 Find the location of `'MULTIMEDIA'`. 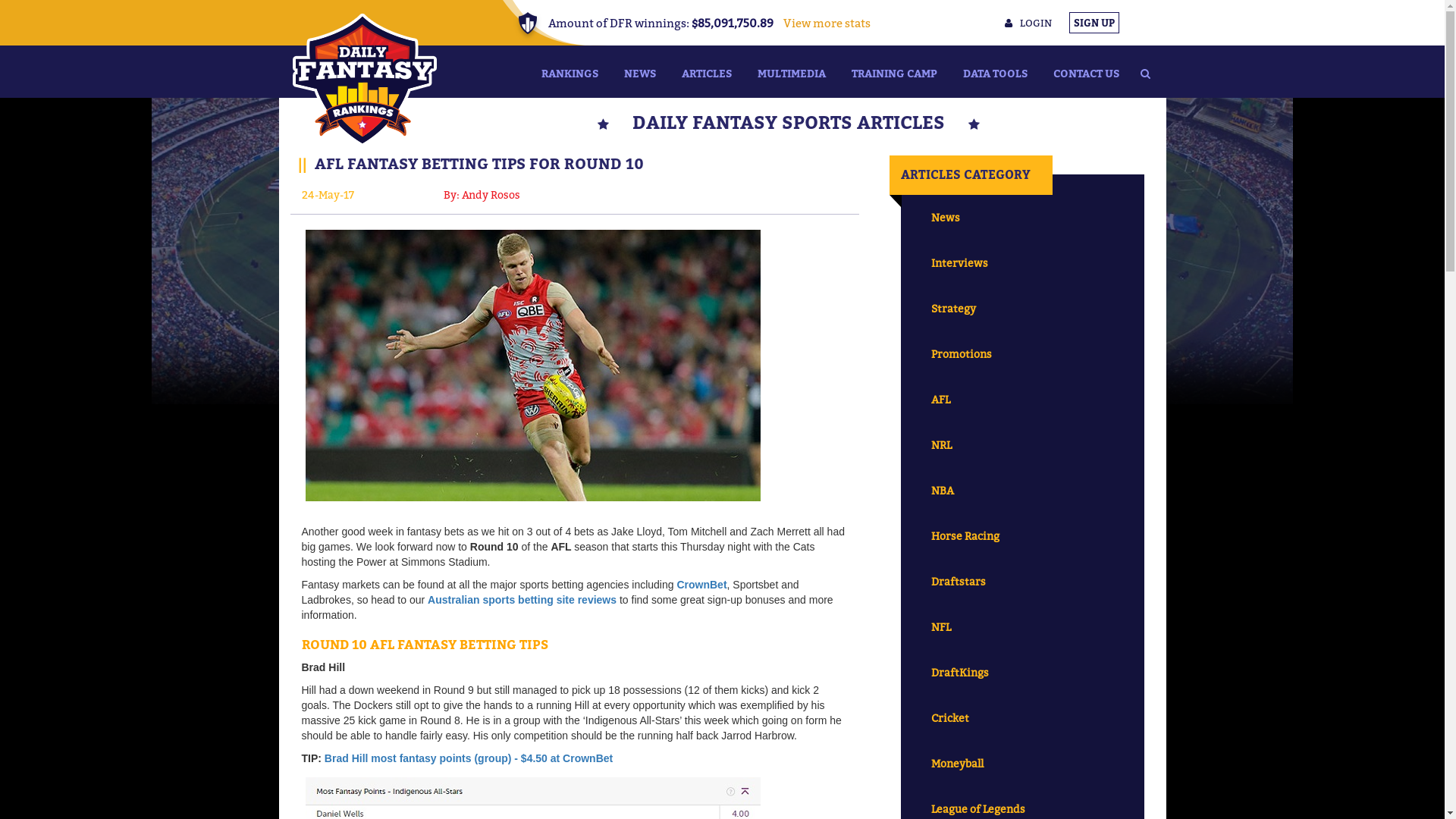

'MULTIMEDIA' is located at coordinates (790, 71).